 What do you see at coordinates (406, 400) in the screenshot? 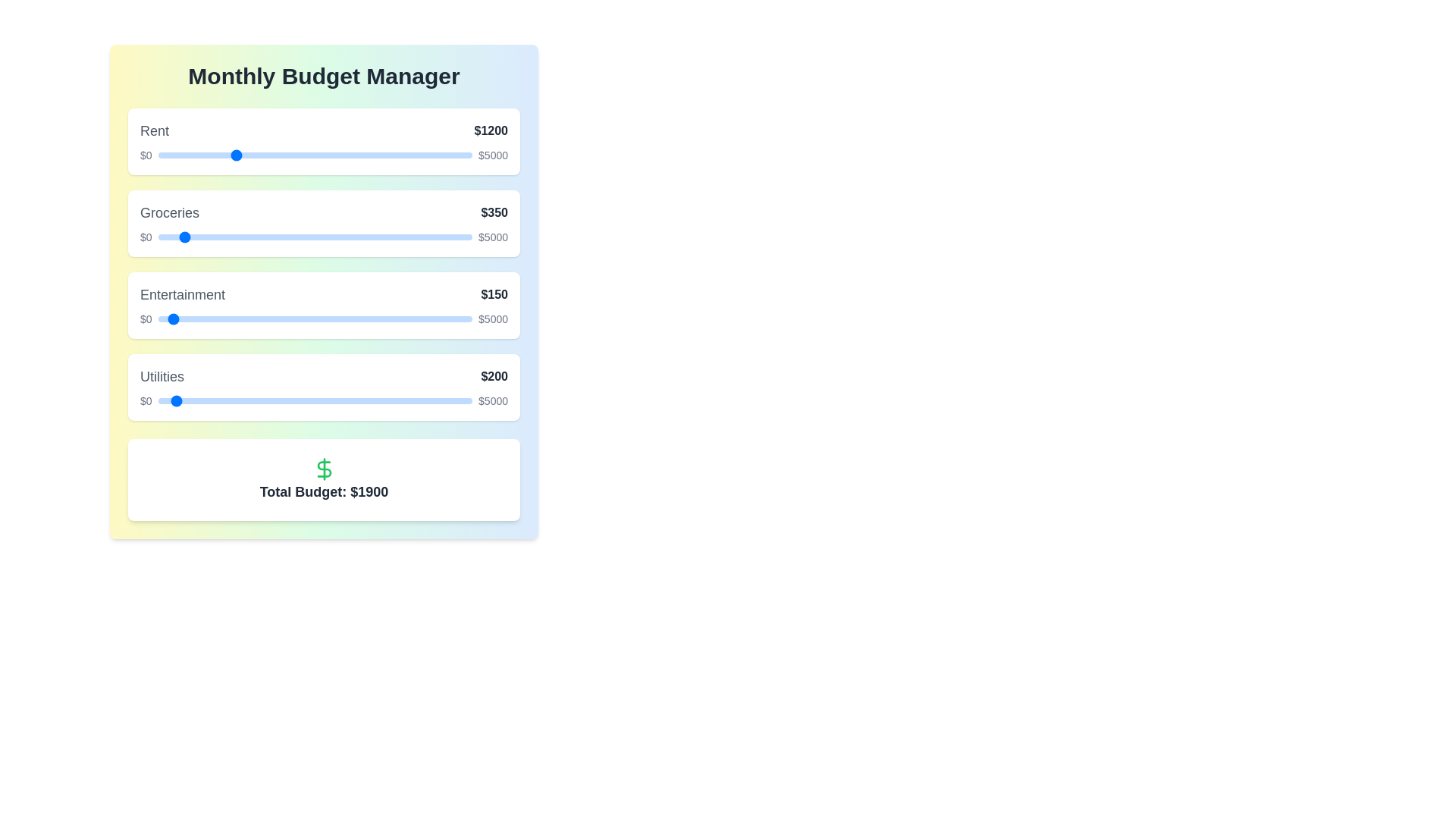
I see `the 'Utilities' slider` at bounding box center [406, 400].